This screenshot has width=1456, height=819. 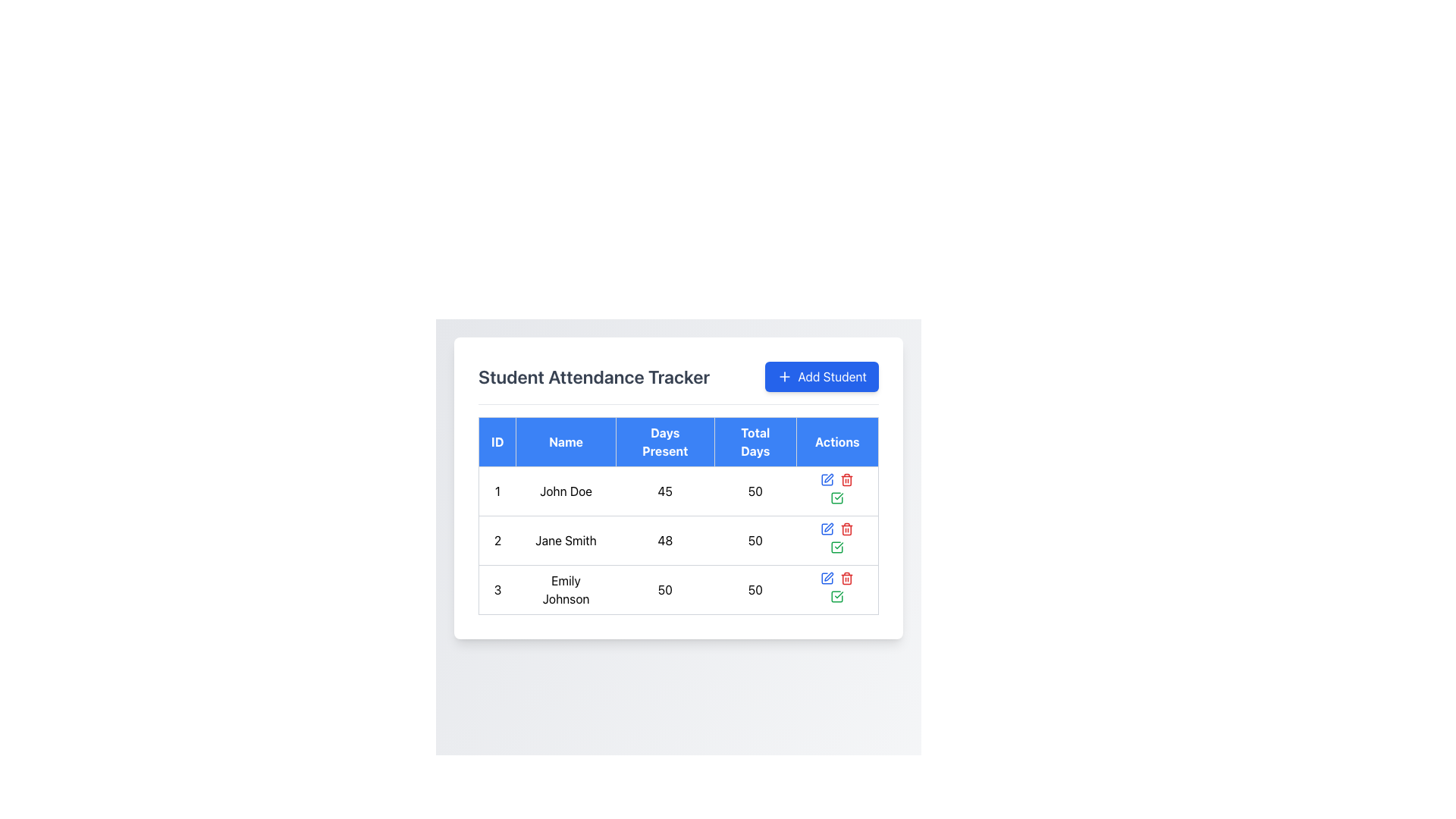 What do you see at coordinates (836, 491) in the screenshot?
I see `the confirmation icon button in the Actions column of the first row corresponding to student 'John Doe'` at bounding box center [836, 491].